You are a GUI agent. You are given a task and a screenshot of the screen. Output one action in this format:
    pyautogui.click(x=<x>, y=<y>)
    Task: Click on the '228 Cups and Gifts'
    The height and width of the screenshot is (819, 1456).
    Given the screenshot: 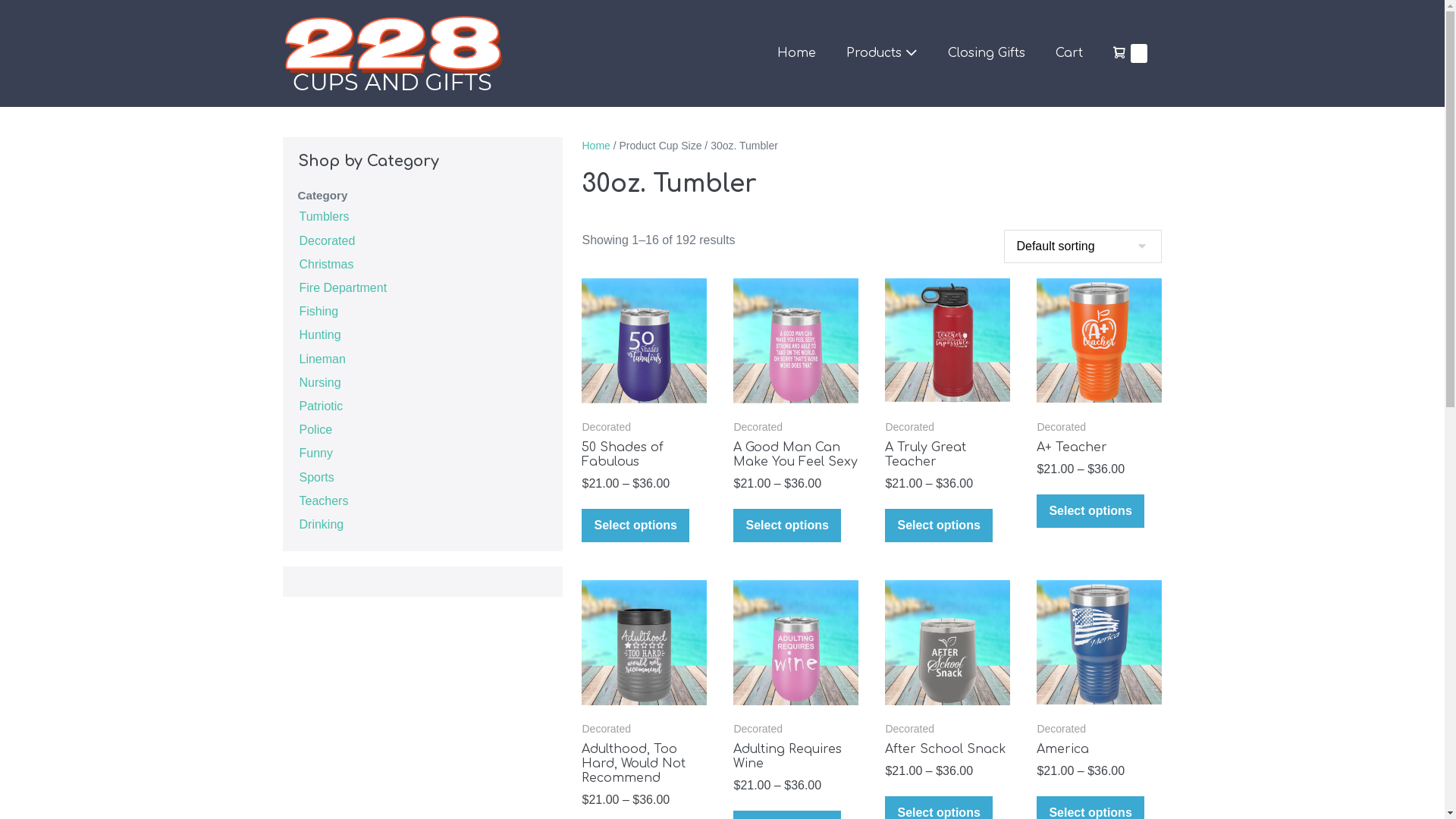 What is the action you would take?
    pyautogui.click(x=392, y=52)
    